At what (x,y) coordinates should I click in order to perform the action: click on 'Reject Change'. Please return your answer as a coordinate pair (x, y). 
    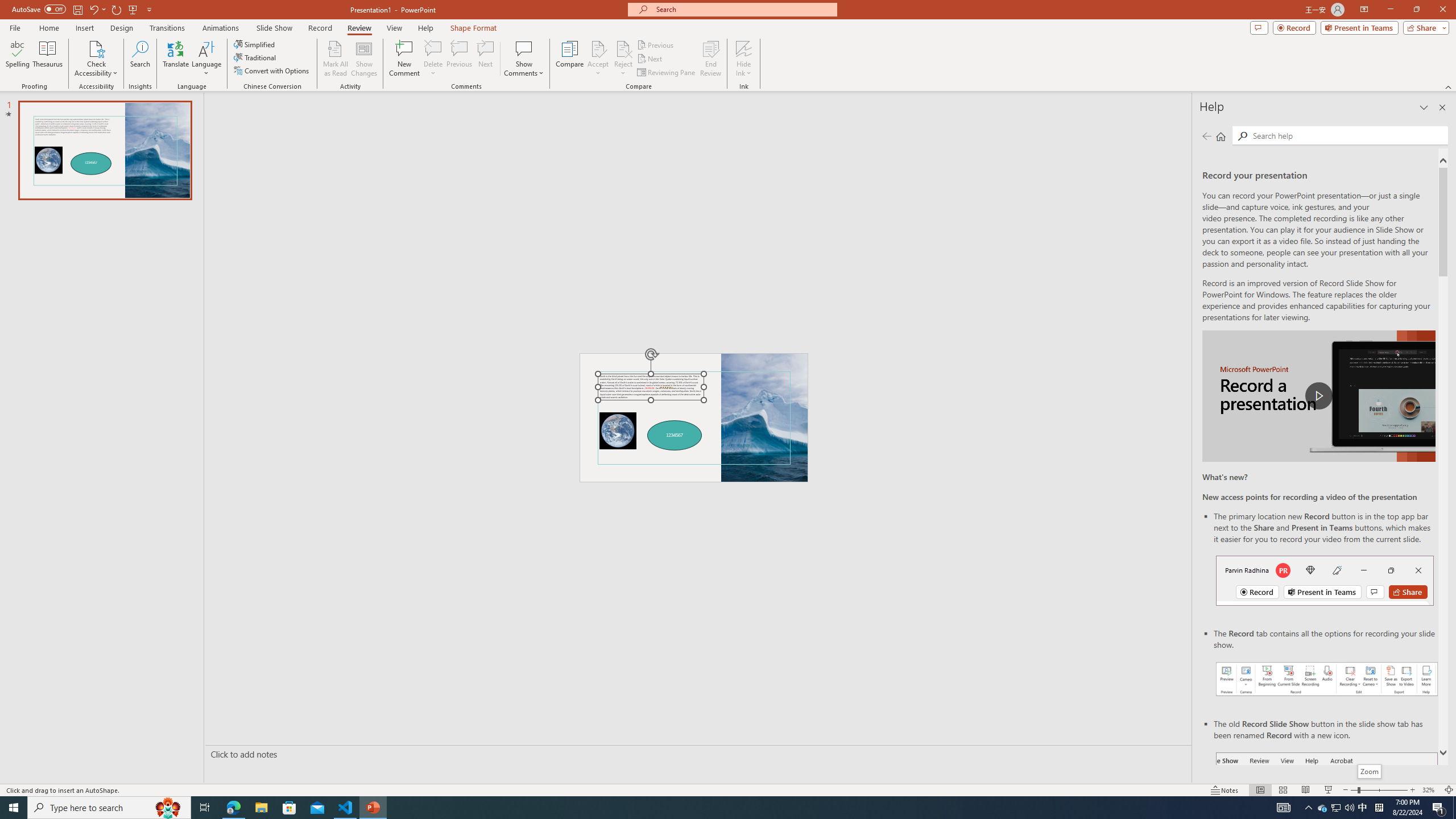
    Looking at the image, I should click on (622, 48).